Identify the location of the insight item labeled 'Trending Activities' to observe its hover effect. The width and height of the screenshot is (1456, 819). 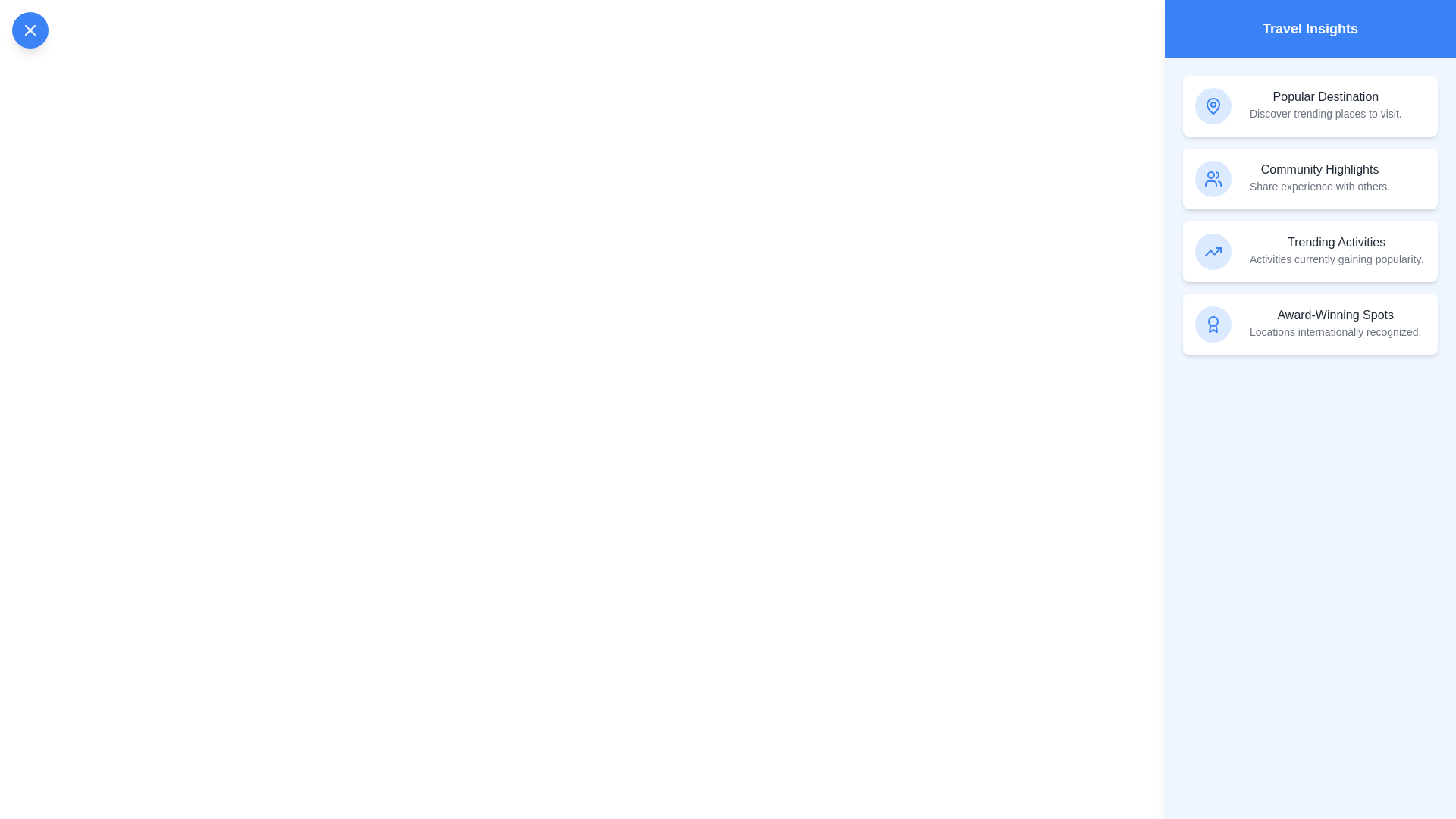
(1310, 250).